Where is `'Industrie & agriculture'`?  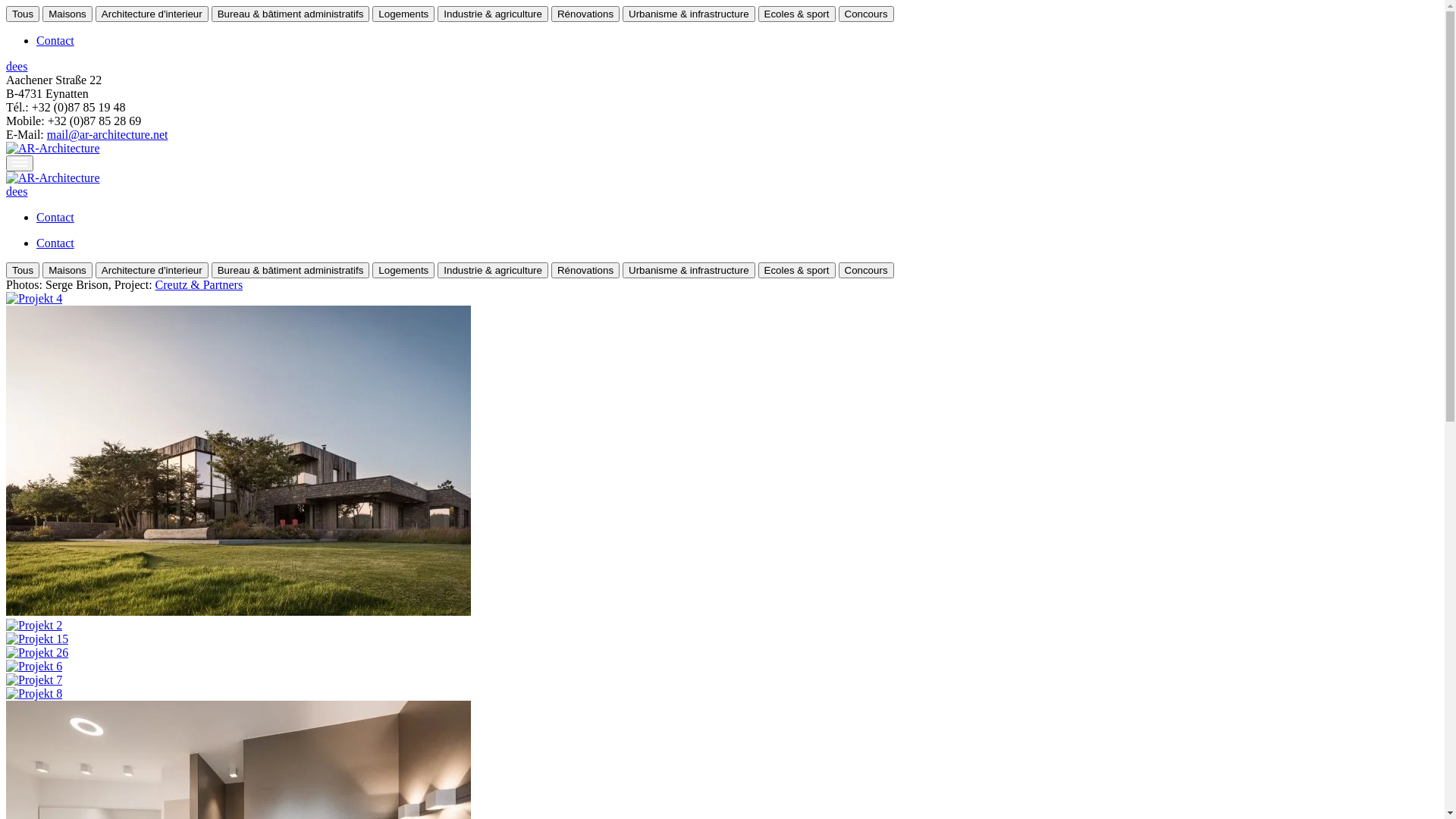
'Industrie & agriculture' is located at coordinates (492, 269).